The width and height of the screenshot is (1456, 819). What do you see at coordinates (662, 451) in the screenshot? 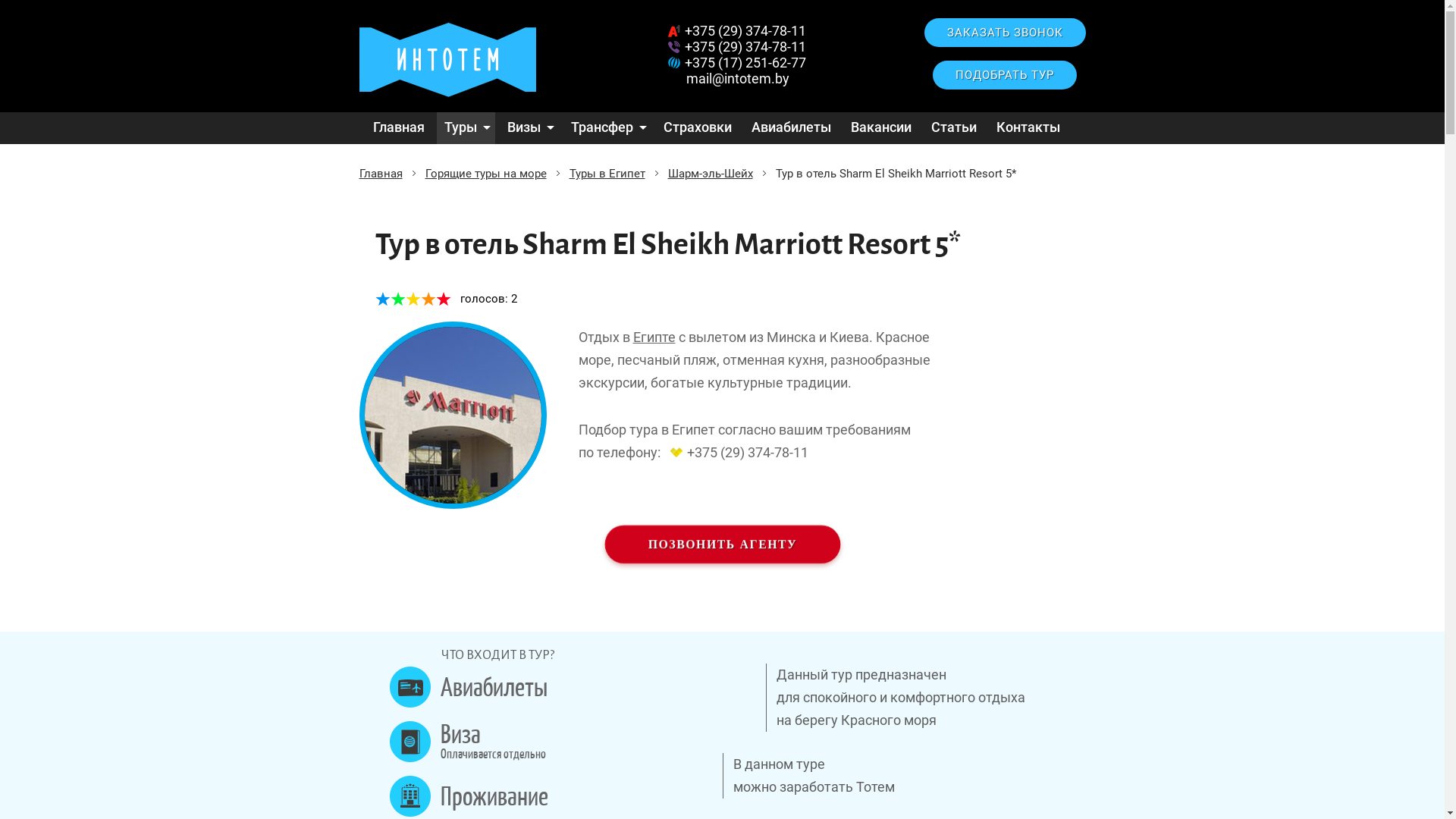
I see `'+375 (29) 374-78-11'` at bounding box center [662, 451].